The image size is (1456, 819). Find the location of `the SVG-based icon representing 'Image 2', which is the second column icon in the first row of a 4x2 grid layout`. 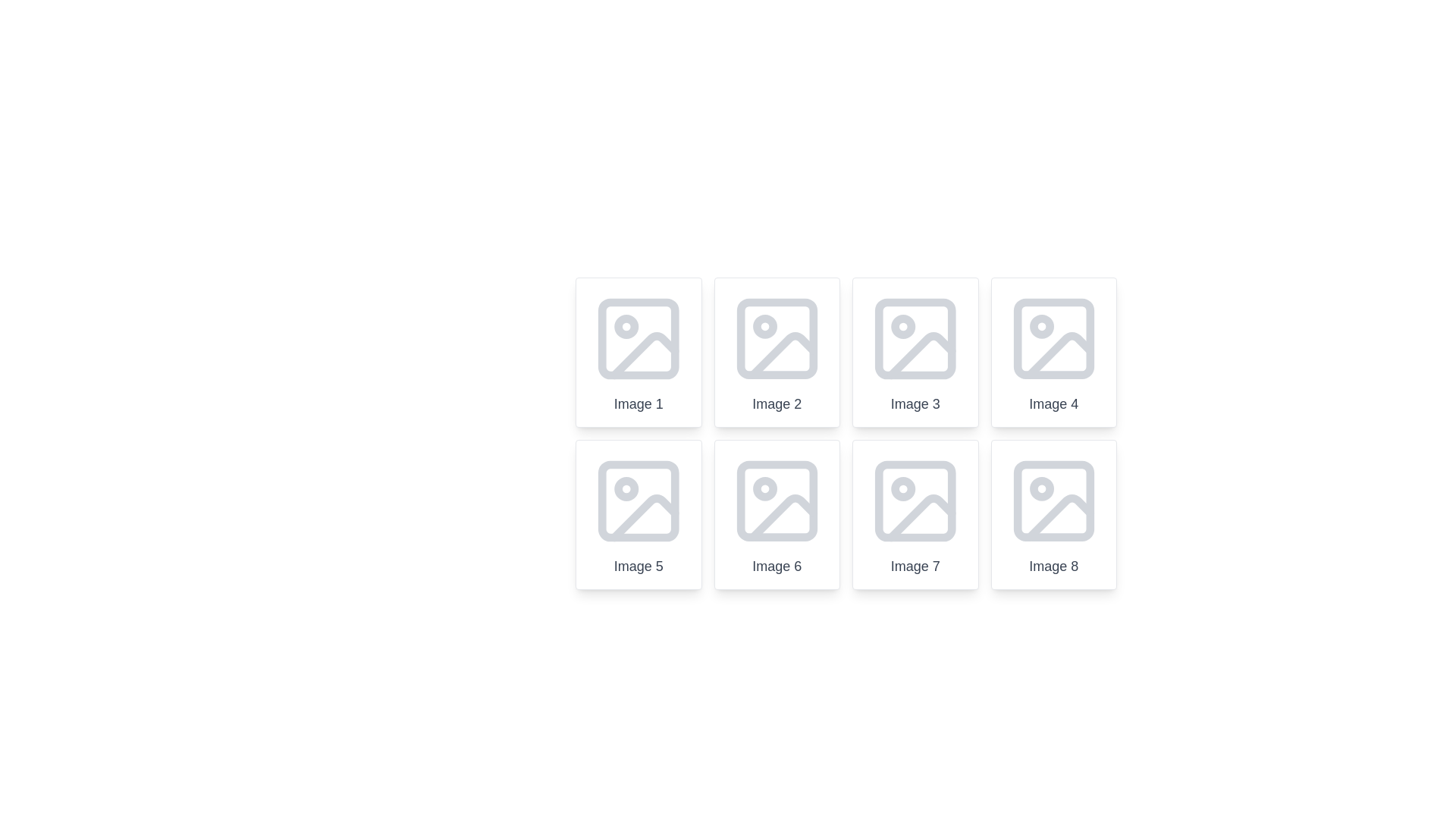

the SVG-based icon representing 'Image 2', which is the second column icon in the first row of a 4x2 grid layout is located at coordinates (777, 338).